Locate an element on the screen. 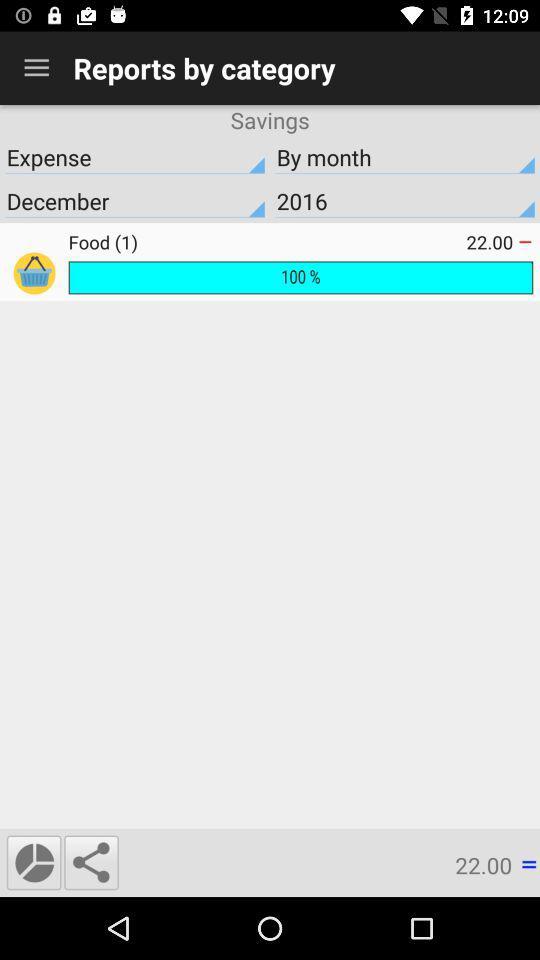  display graphic view is located at coordinates (33, 861).